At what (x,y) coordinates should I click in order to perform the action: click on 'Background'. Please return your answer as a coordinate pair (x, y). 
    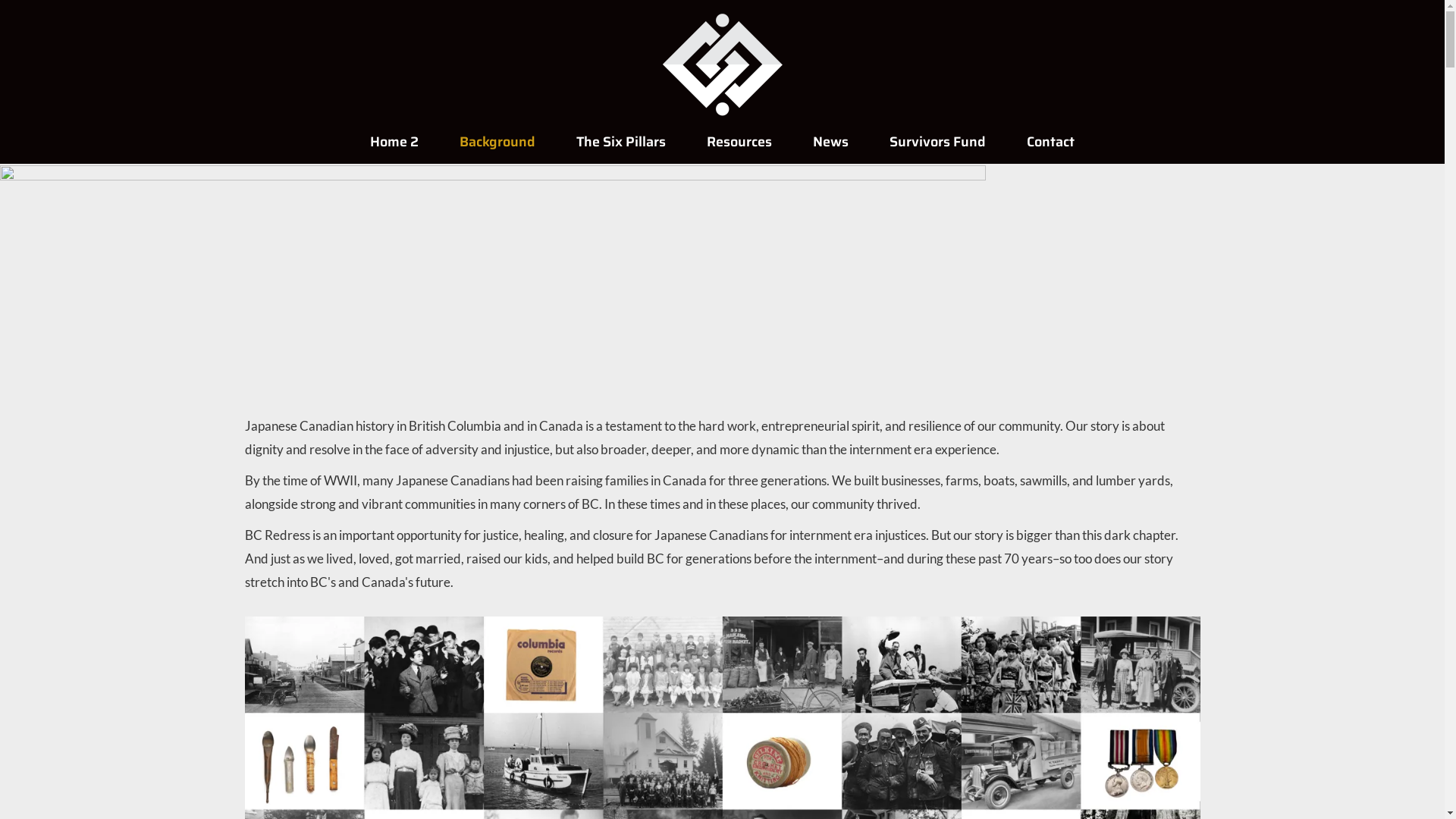
    Looking at the image, I should click on (497, 141).